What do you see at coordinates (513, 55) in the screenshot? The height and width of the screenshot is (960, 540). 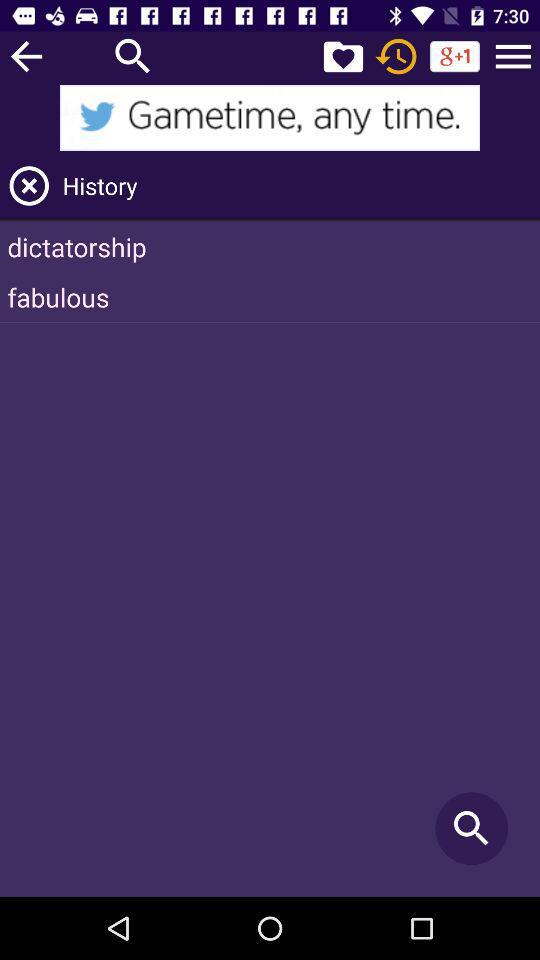 I see `icon above history item` at bounding box center [513, 55].